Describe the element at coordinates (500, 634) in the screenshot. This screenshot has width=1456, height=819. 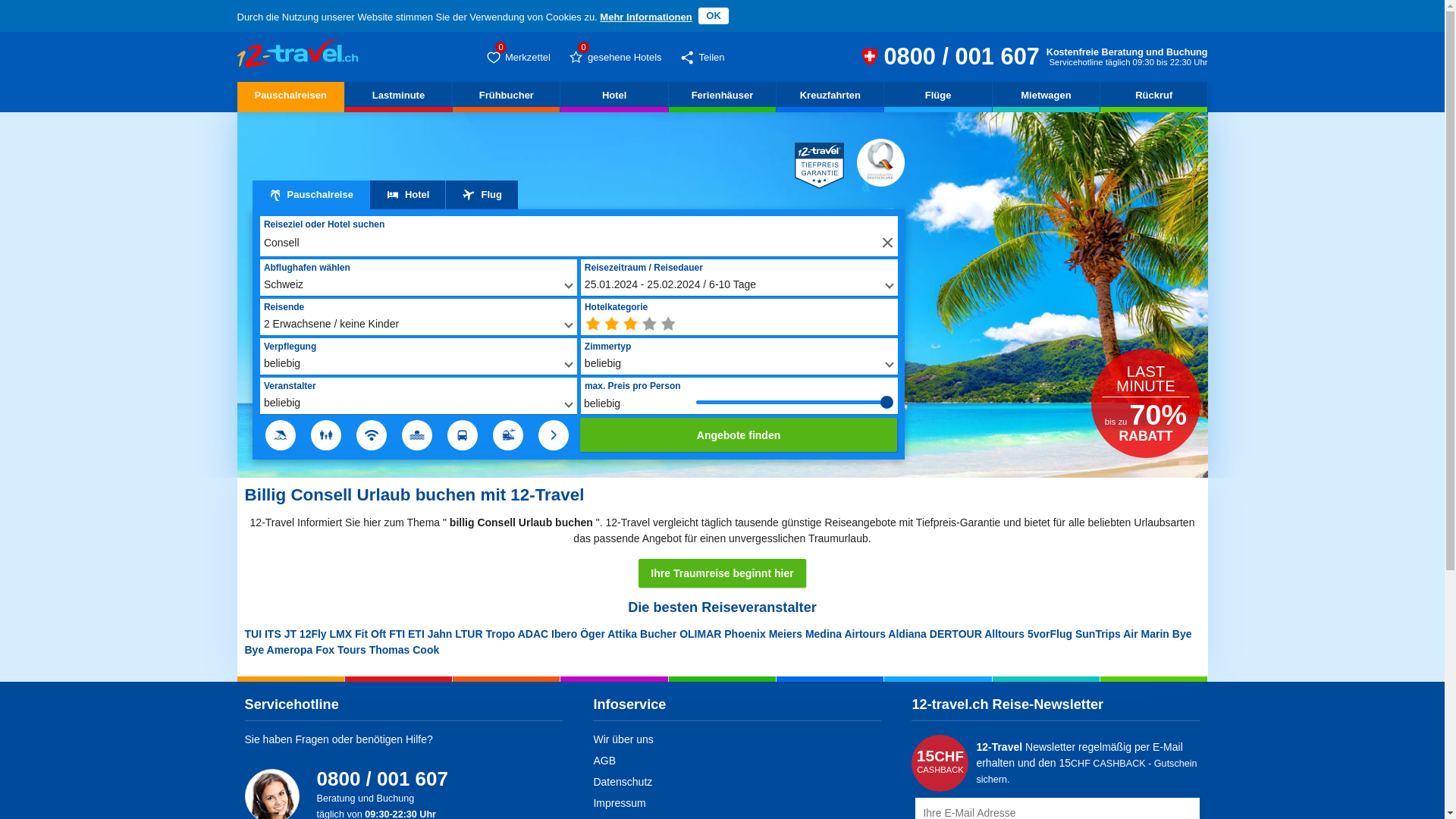
I see `'Tropo'` at that location.